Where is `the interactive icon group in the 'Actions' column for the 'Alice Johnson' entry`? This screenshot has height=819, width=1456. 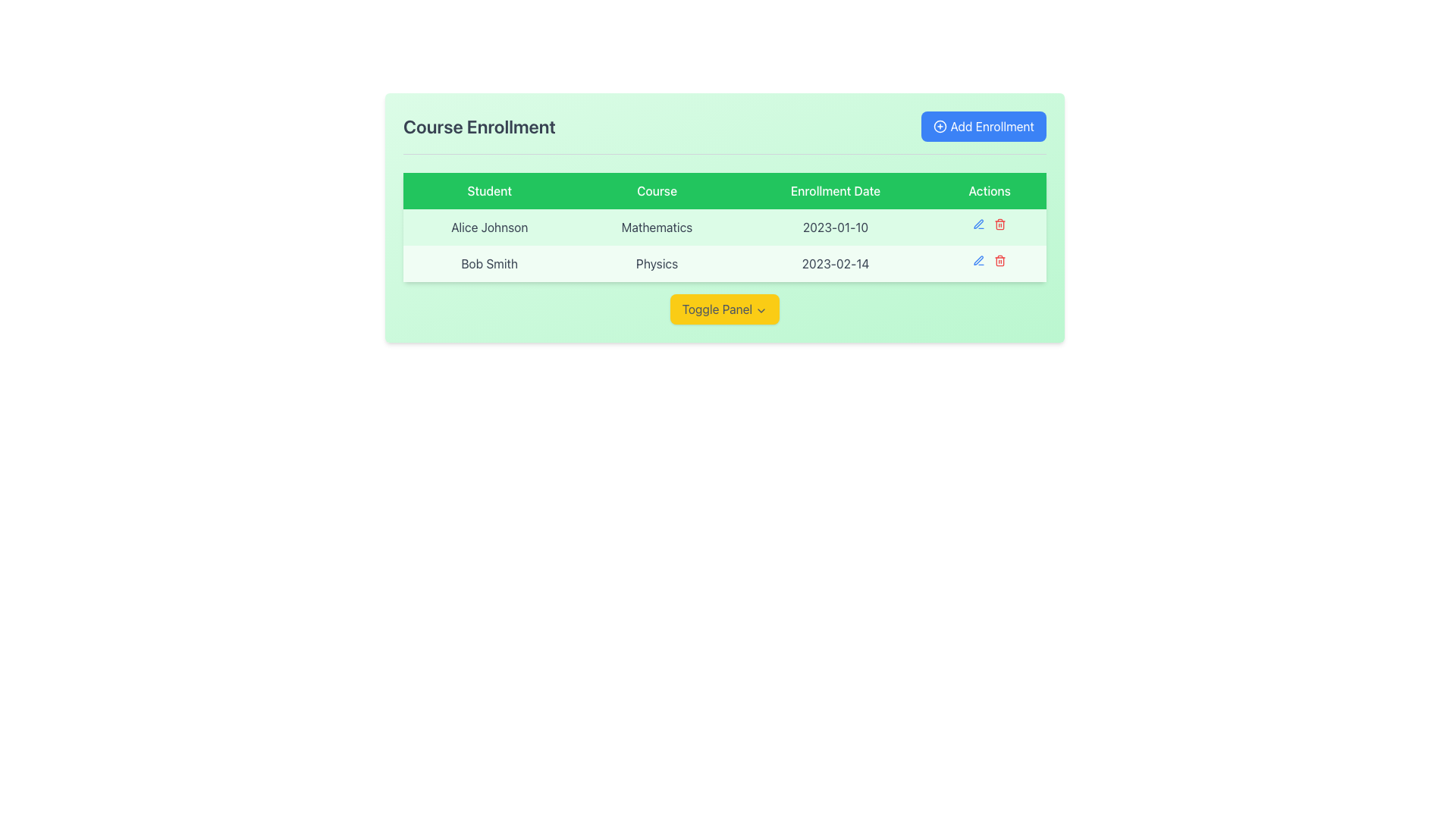
the interactive icon group in the 'Actions' column for the 'Alice Johnson' entry is located at coordinates (990, 224).